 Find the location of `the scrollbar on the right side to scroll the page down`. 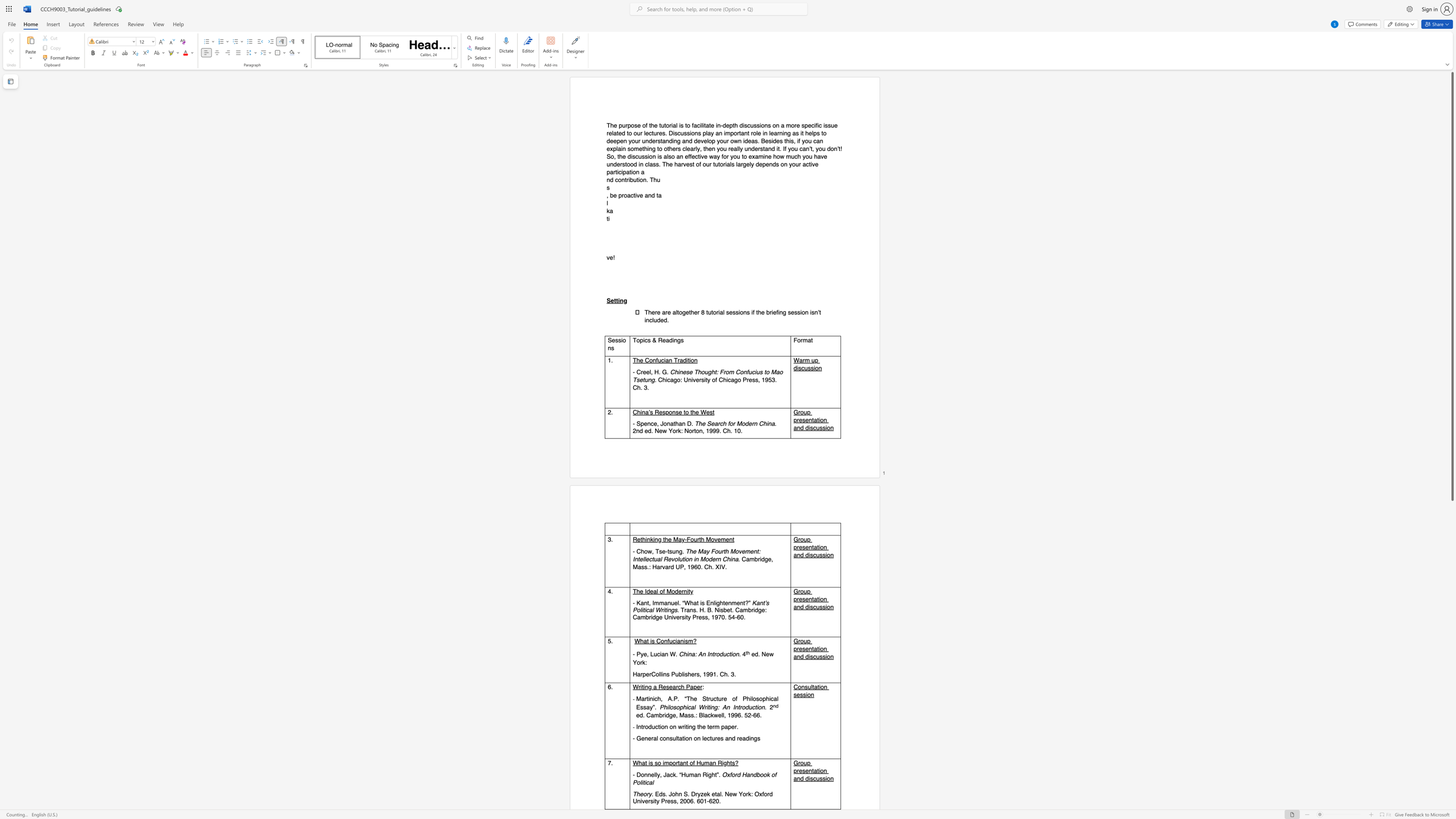

the scrollbar on the right side to scroll the page down is located at coordinates (1451, 781).